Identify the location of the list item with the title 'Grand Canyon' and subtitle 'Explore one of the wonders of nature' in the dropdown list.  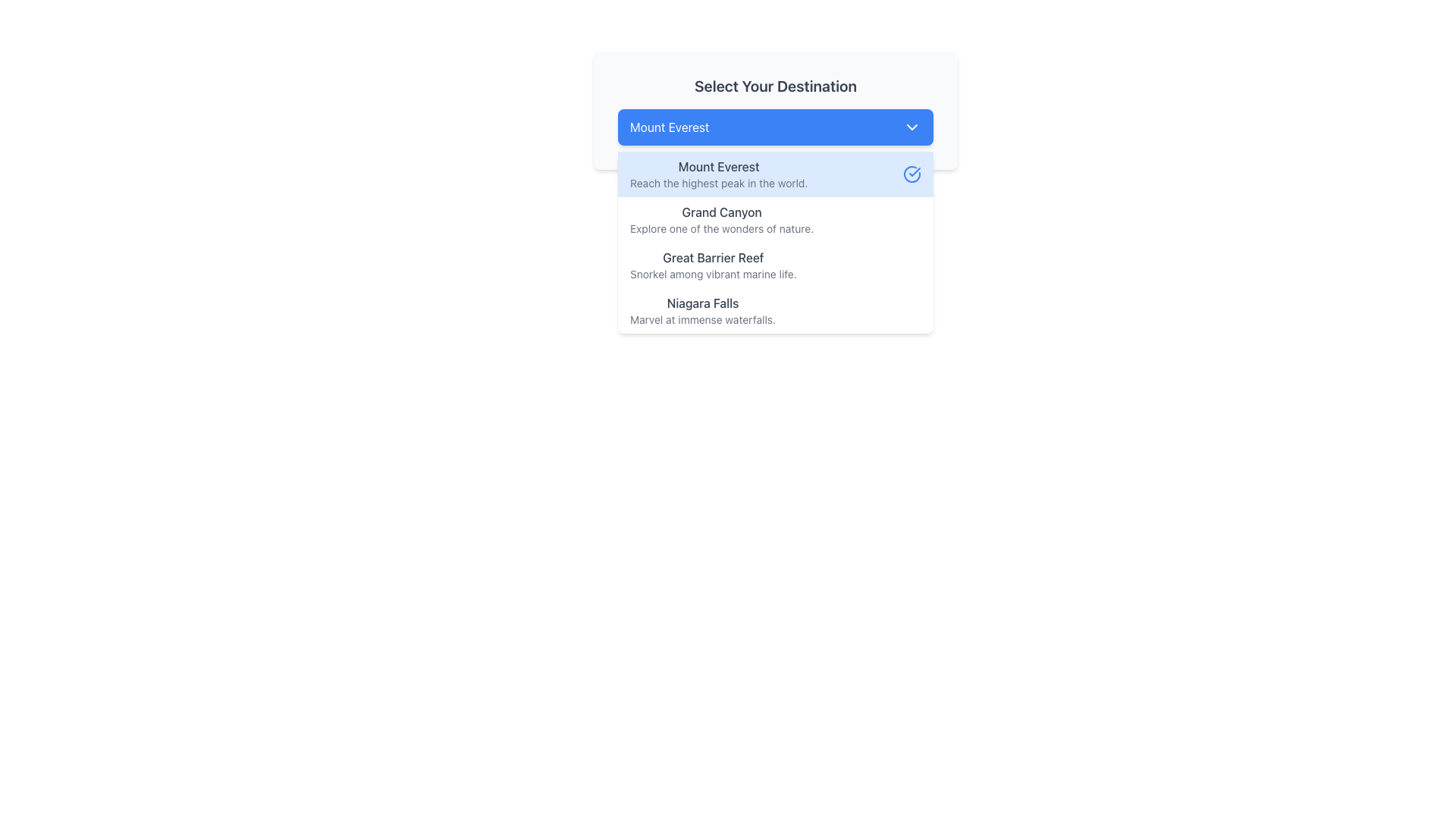
(721, 219).